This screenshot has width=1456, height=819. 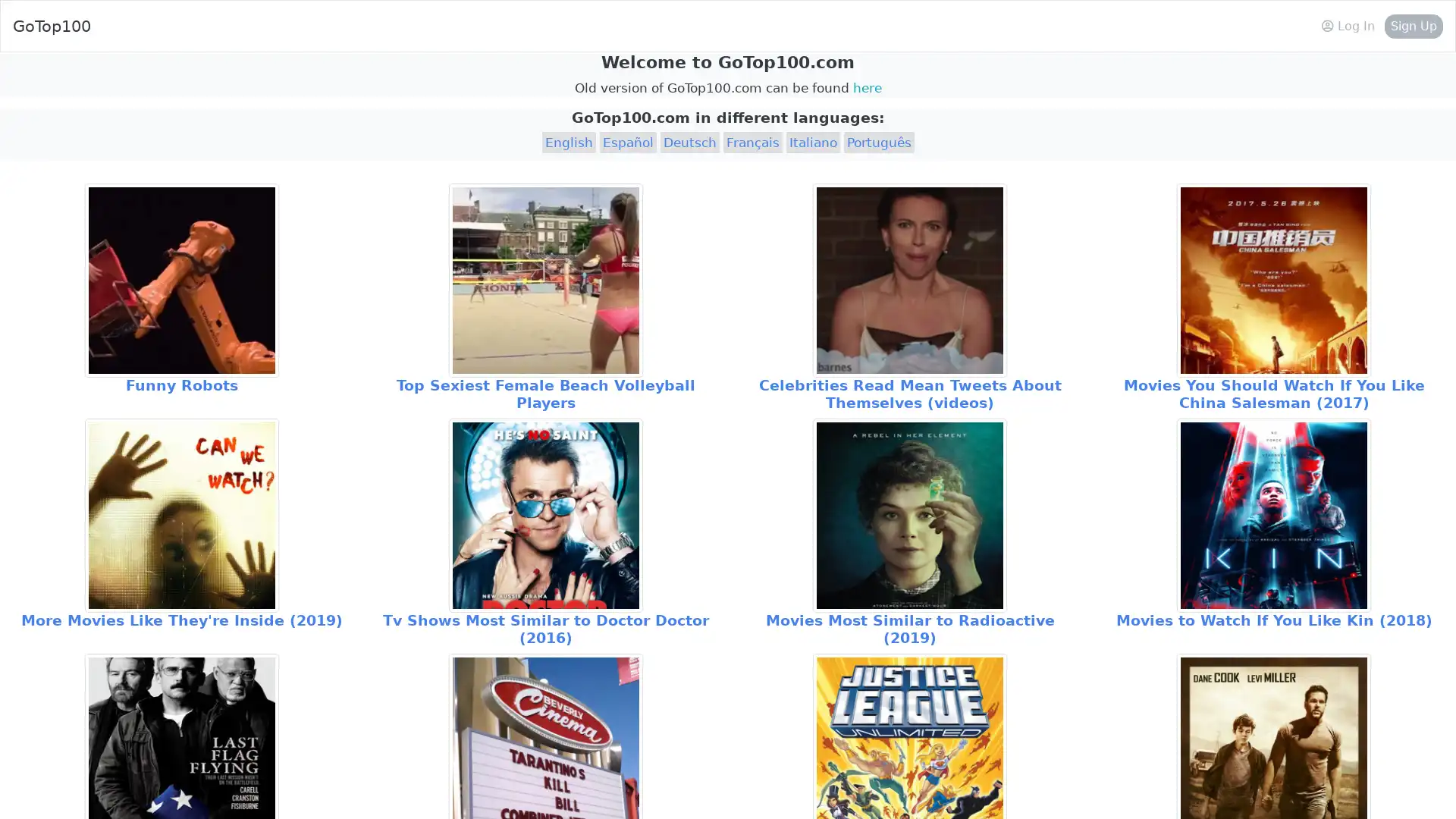 I want to click on Log In, so click(x=1348, y=26).